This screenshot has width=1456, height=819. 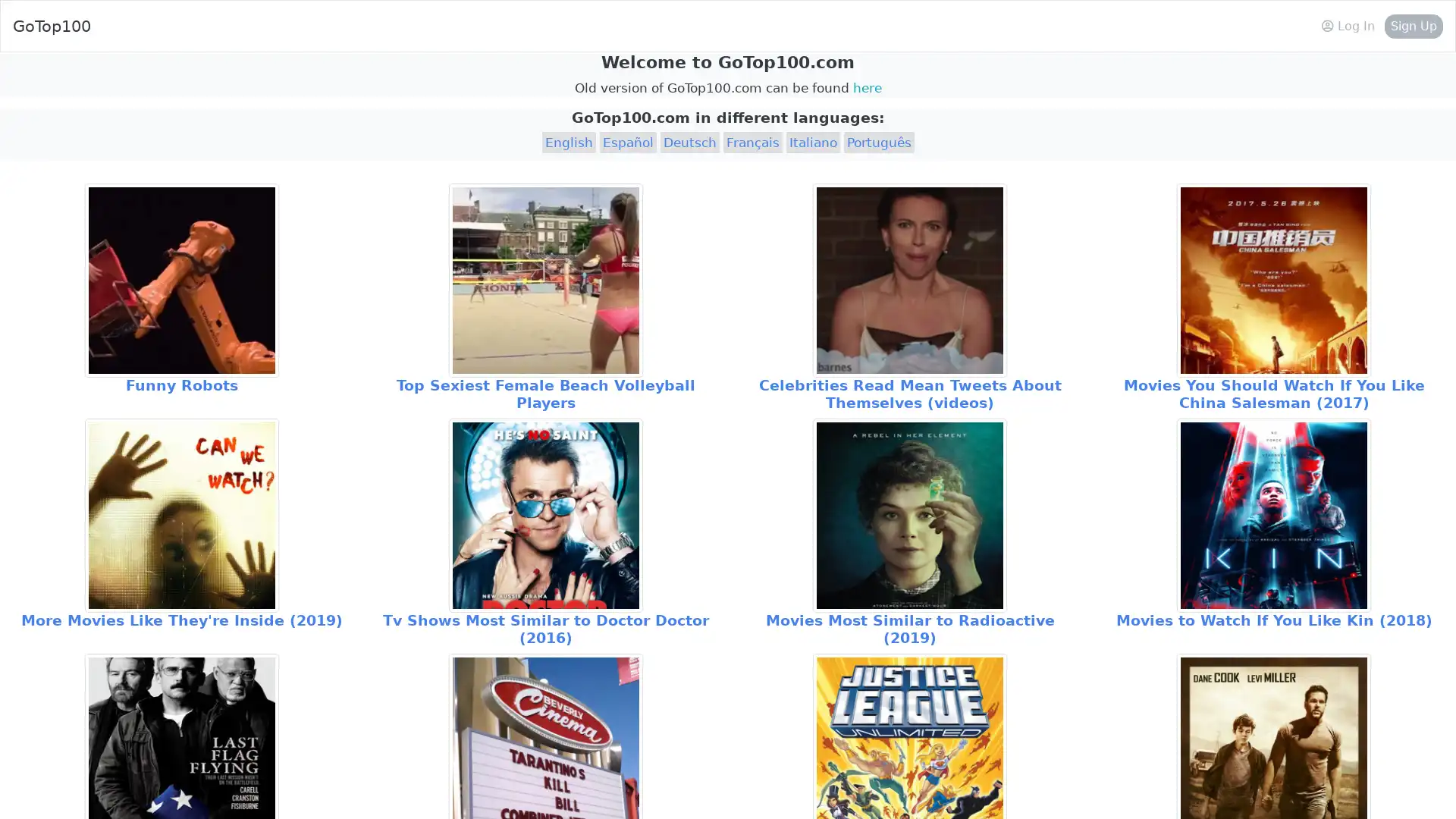 I want to click on Log In, so click(x=1348, y=26).